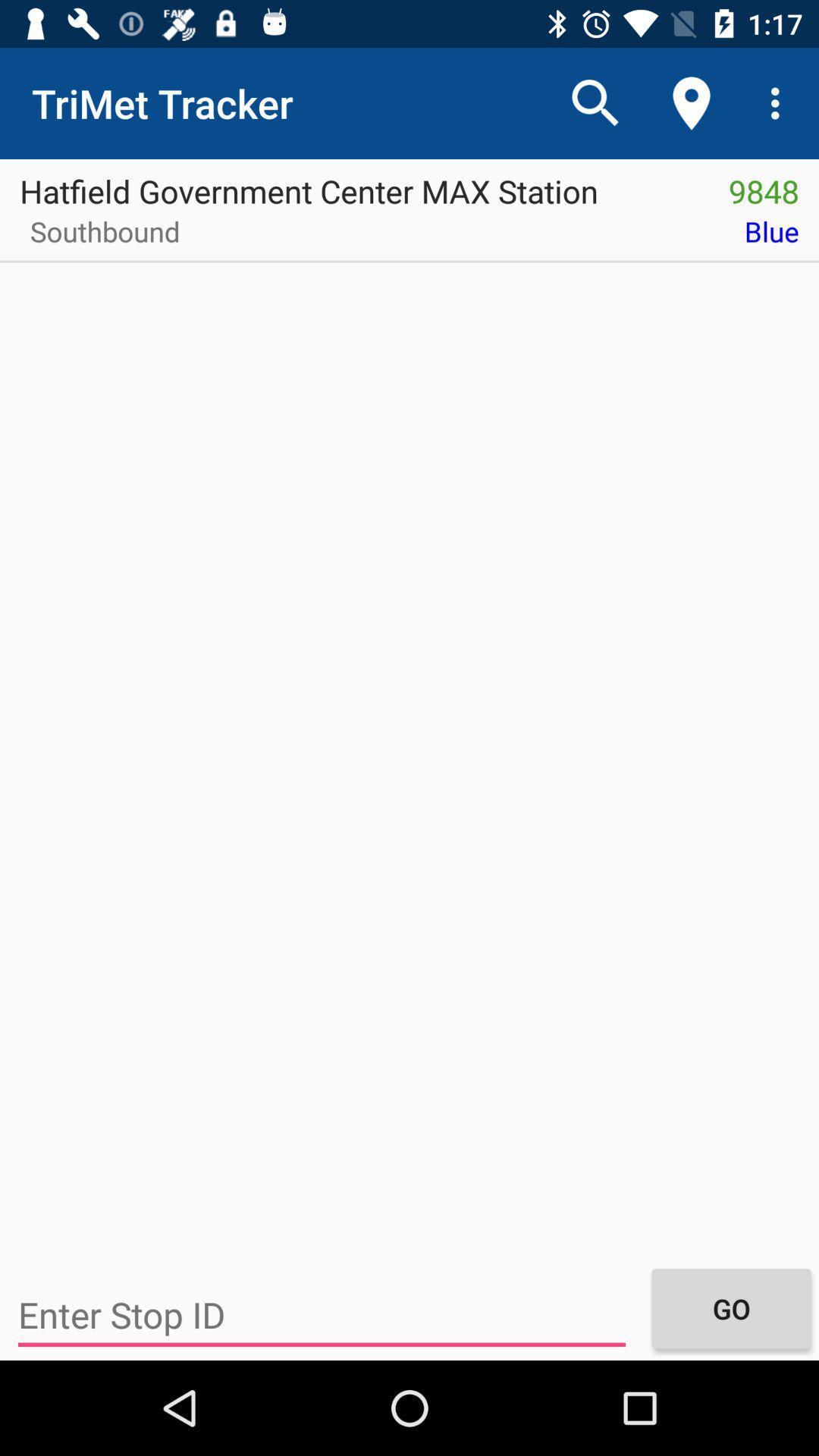  I want to click on the hatfield government center icon, so click(354, 185).